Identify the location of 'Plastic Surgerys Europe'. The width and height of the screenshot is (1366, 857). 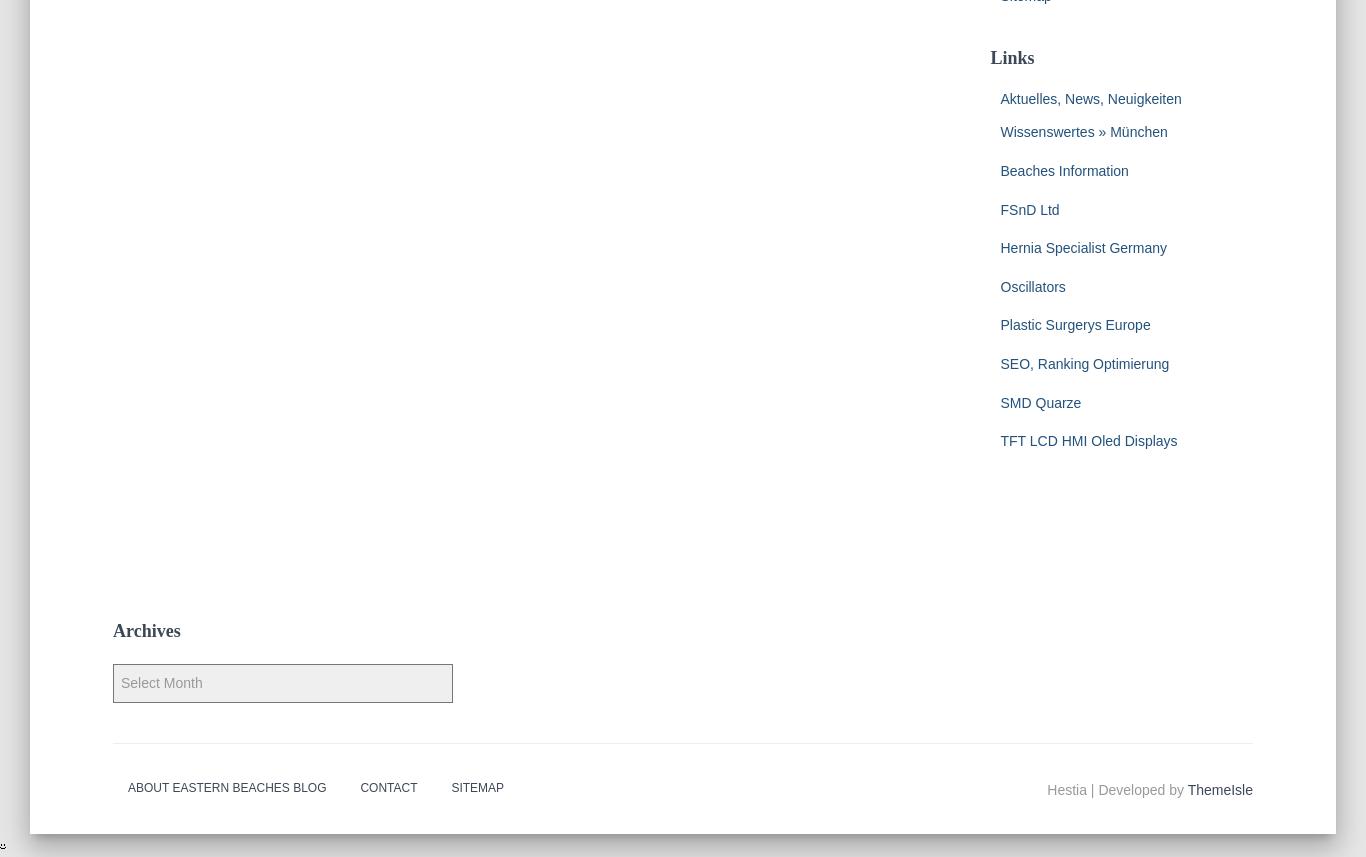
(1074, 324).